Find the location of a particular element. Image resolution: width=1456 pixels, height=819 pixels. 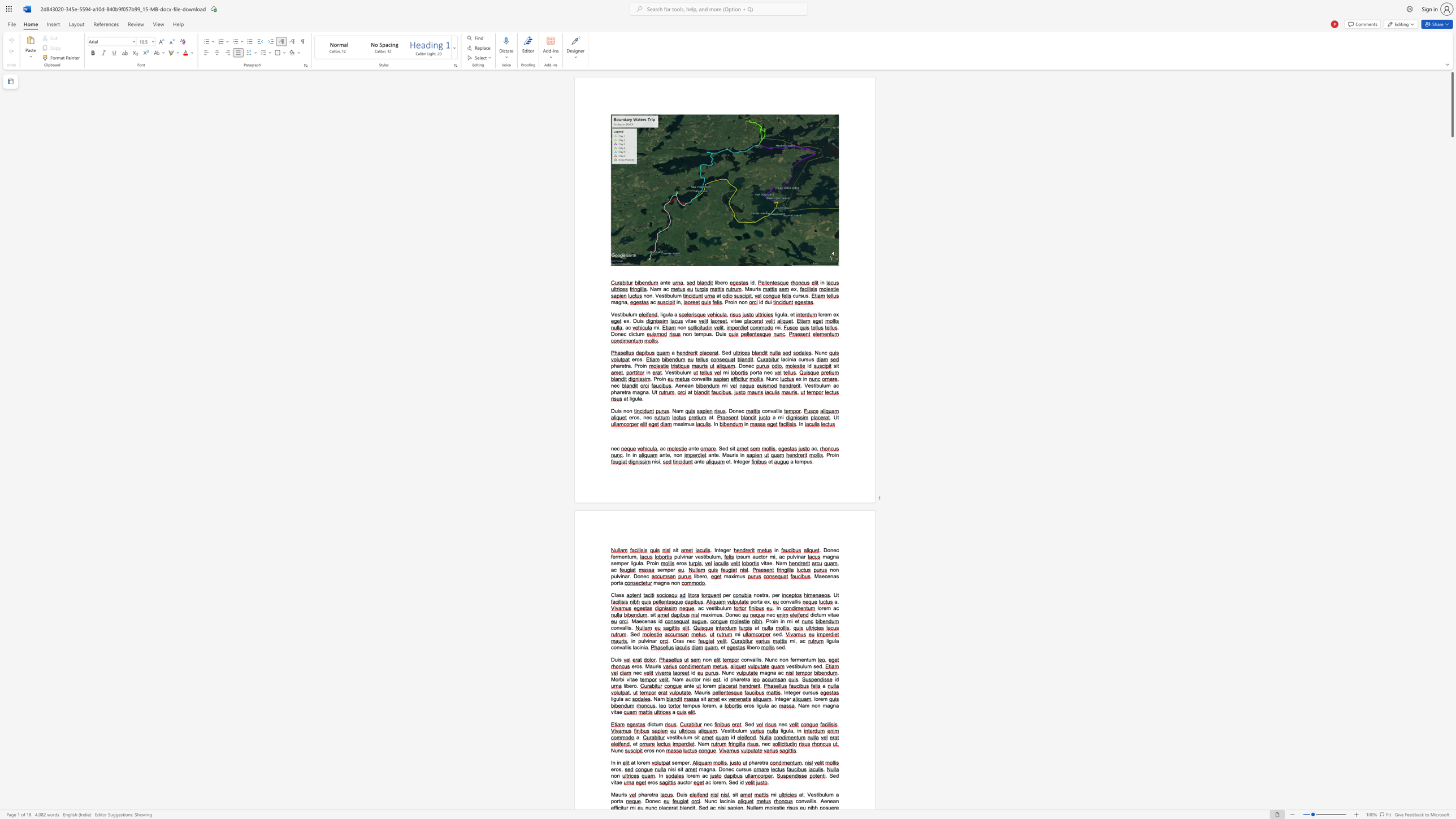

the 1th character "c" in the text is located at coordinates (775, 705).